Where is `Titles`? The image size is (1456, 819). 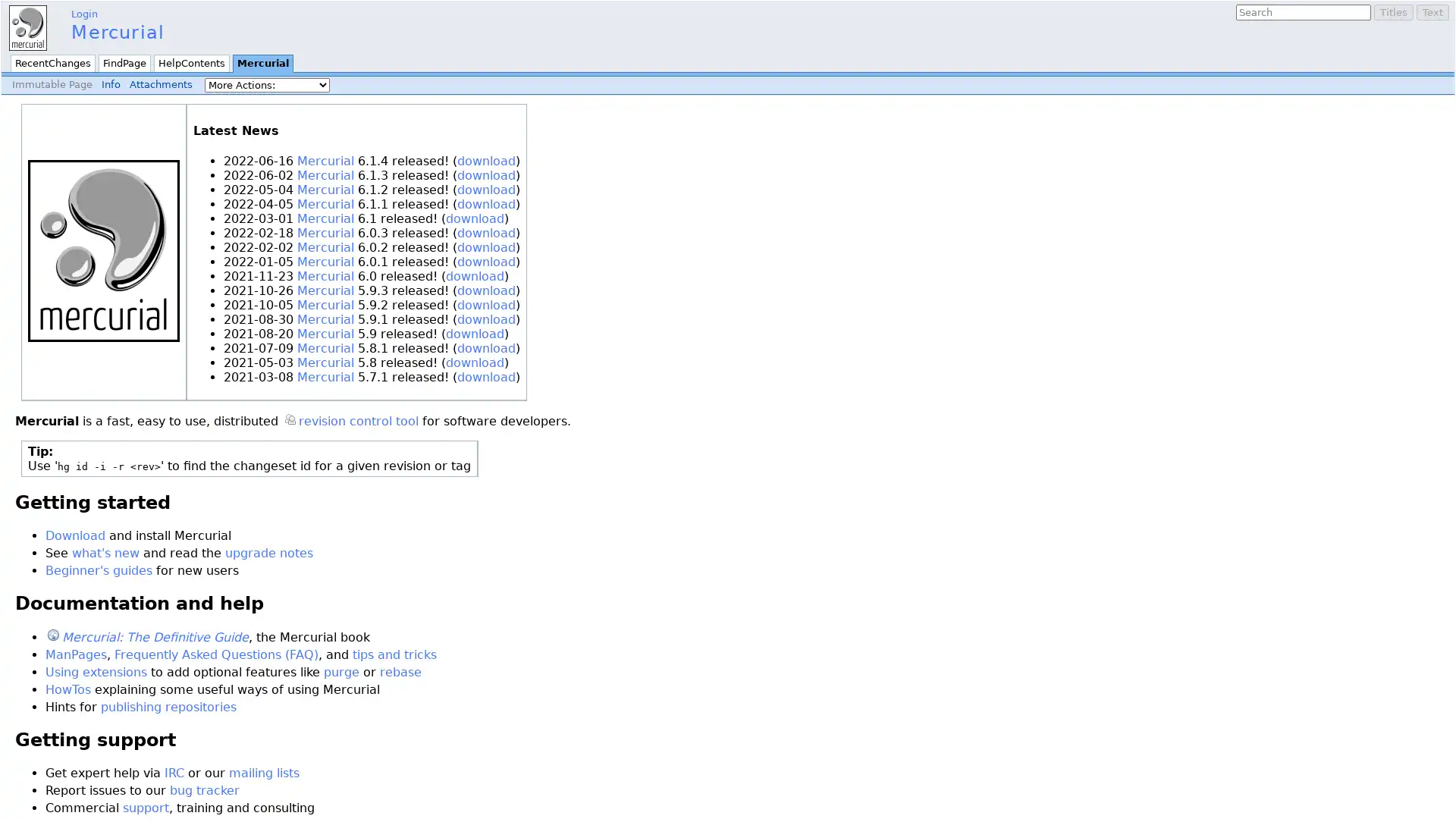 Titles is located at coordinates (1394, 12).